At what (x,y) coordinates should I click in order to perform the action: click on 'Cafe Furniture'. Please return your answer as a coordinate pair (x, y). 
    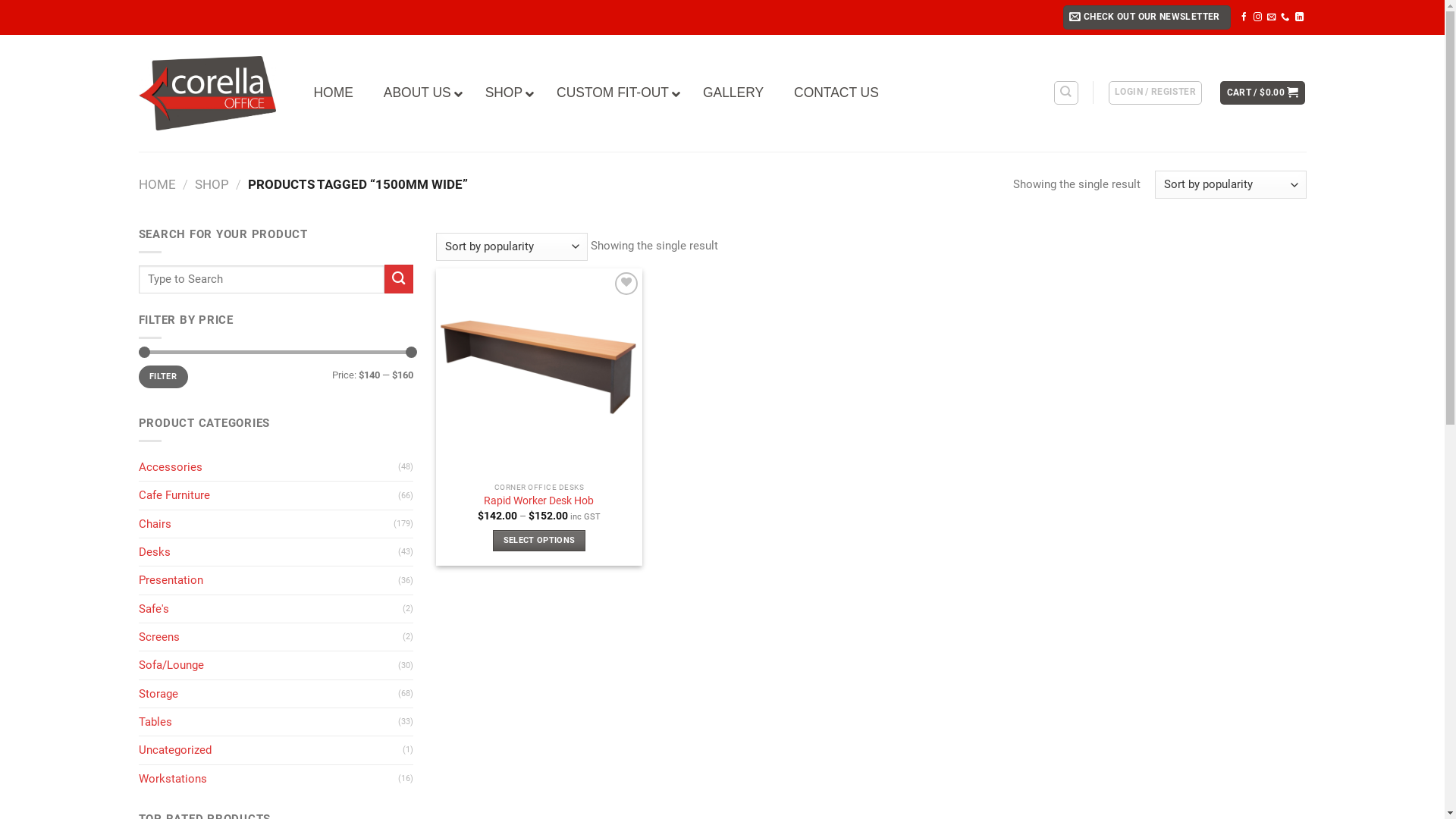
    Looking at the image, I should click on (268, 494).